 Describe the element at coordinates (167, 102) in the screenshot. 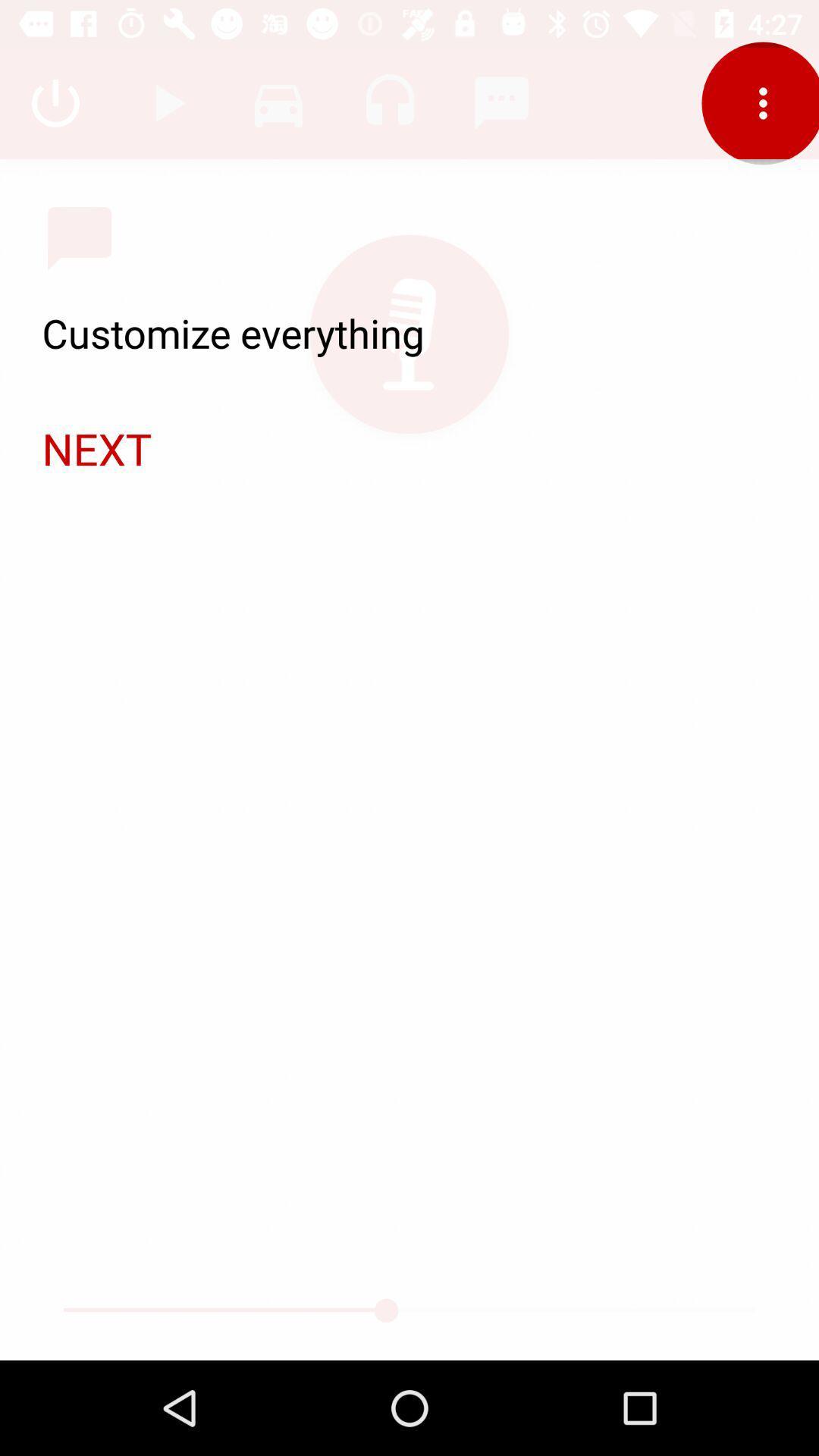

I see `the send icon` at that location.